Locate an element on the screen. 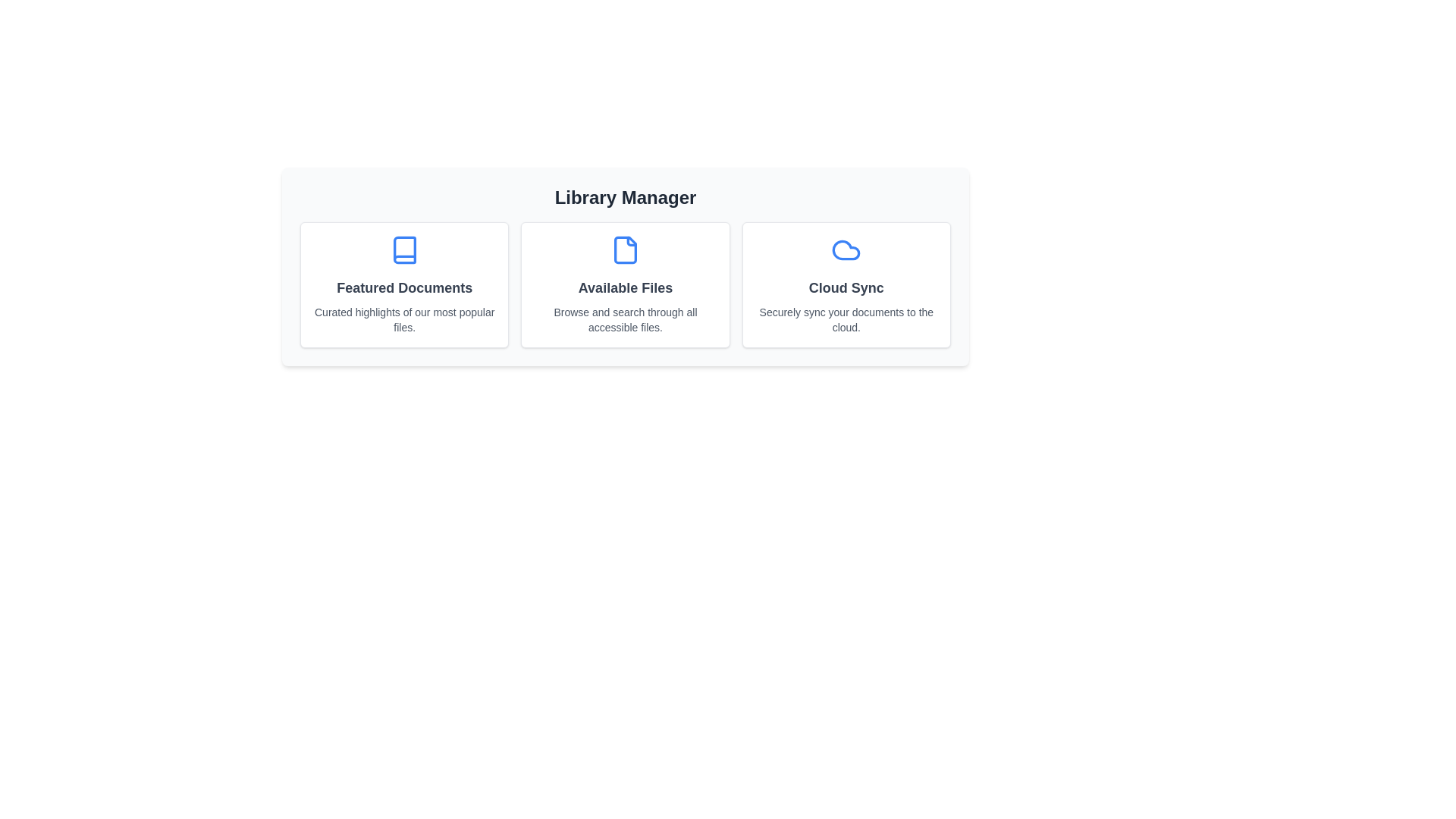  the section card for Featured Documents is located at coordinates (404, 284).